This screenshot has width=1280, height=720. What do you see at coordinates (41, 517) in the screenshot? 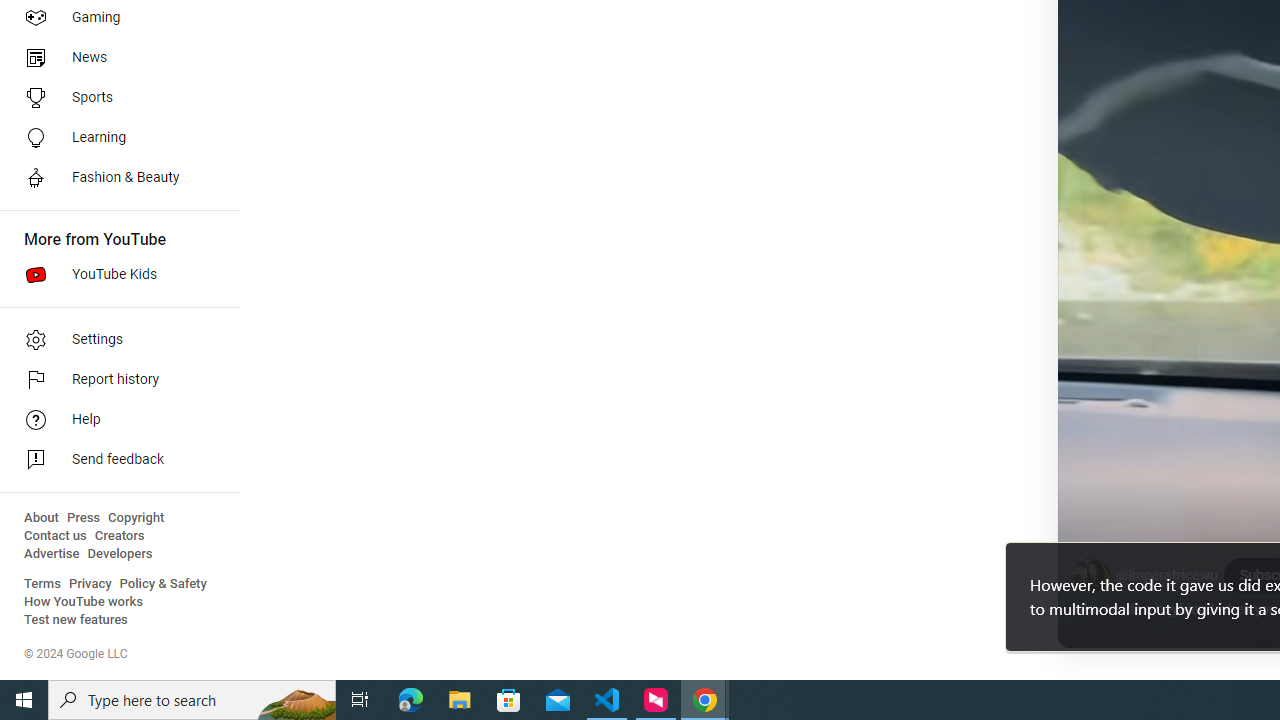
I see `'About'` at bounding box center [41, 517].